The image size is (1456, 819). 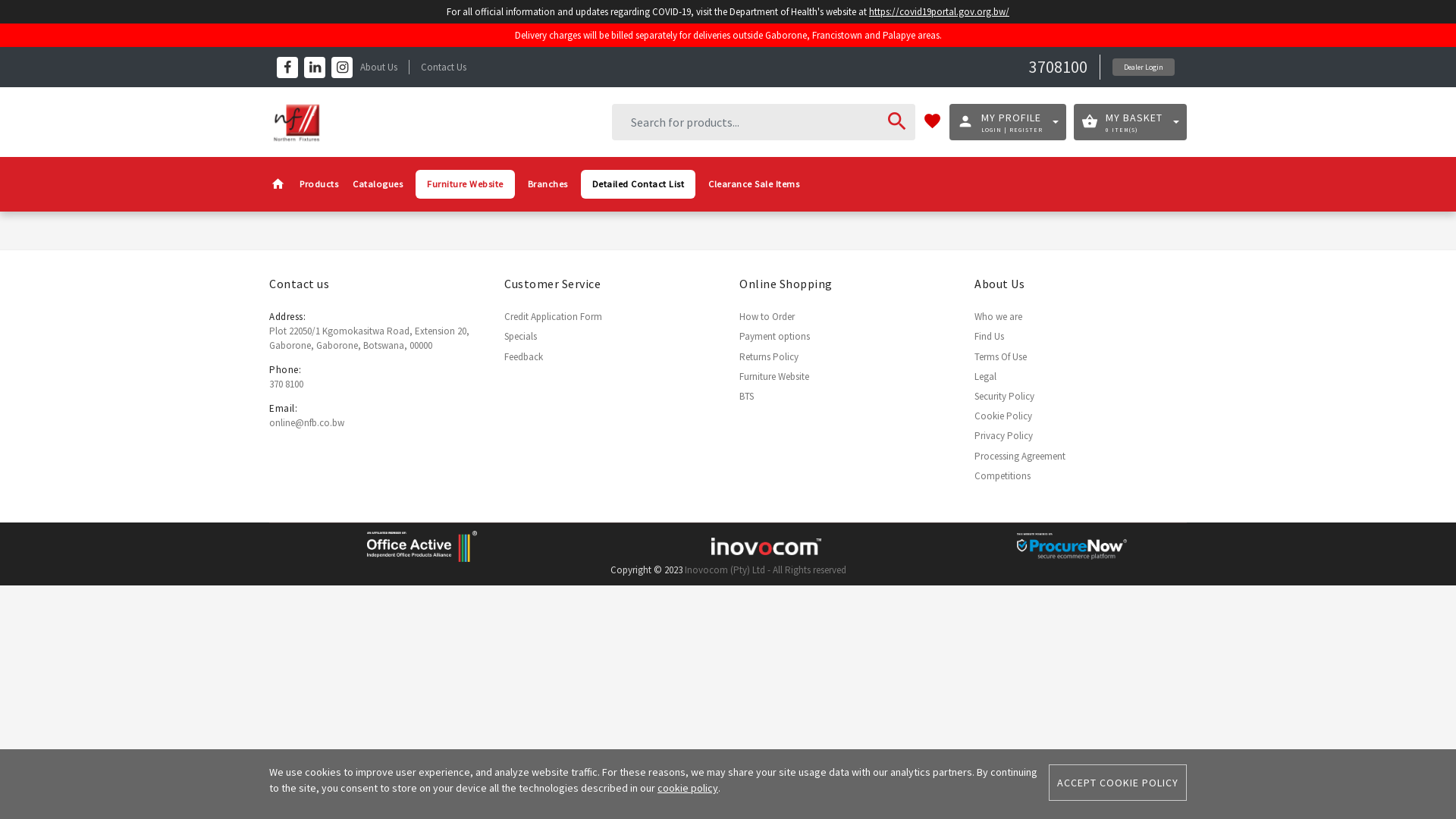 What do you see at coordinates (746, 395) in the screenshot?
I see `'BTS'` at bounding box center [746, 395].